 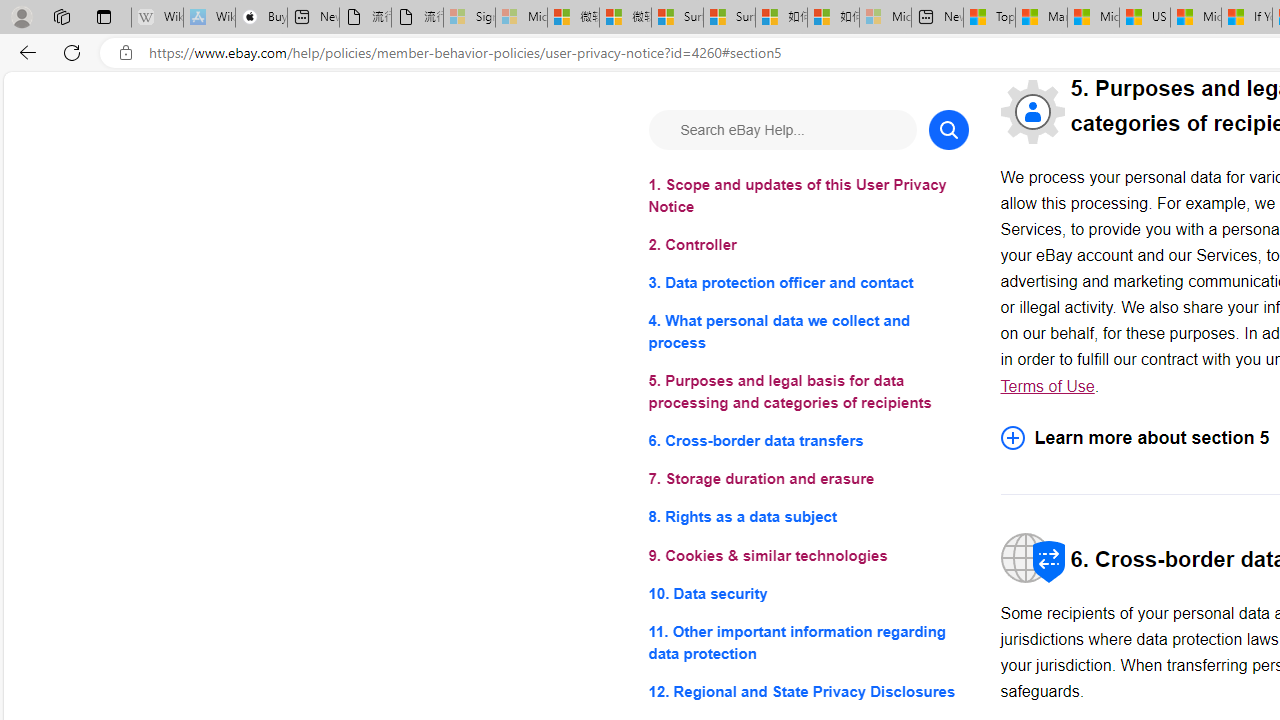 What do you see at coordinates (808, 592) in the screenshot?
I see `'10. Data security'` at bounding box center [808, 592].